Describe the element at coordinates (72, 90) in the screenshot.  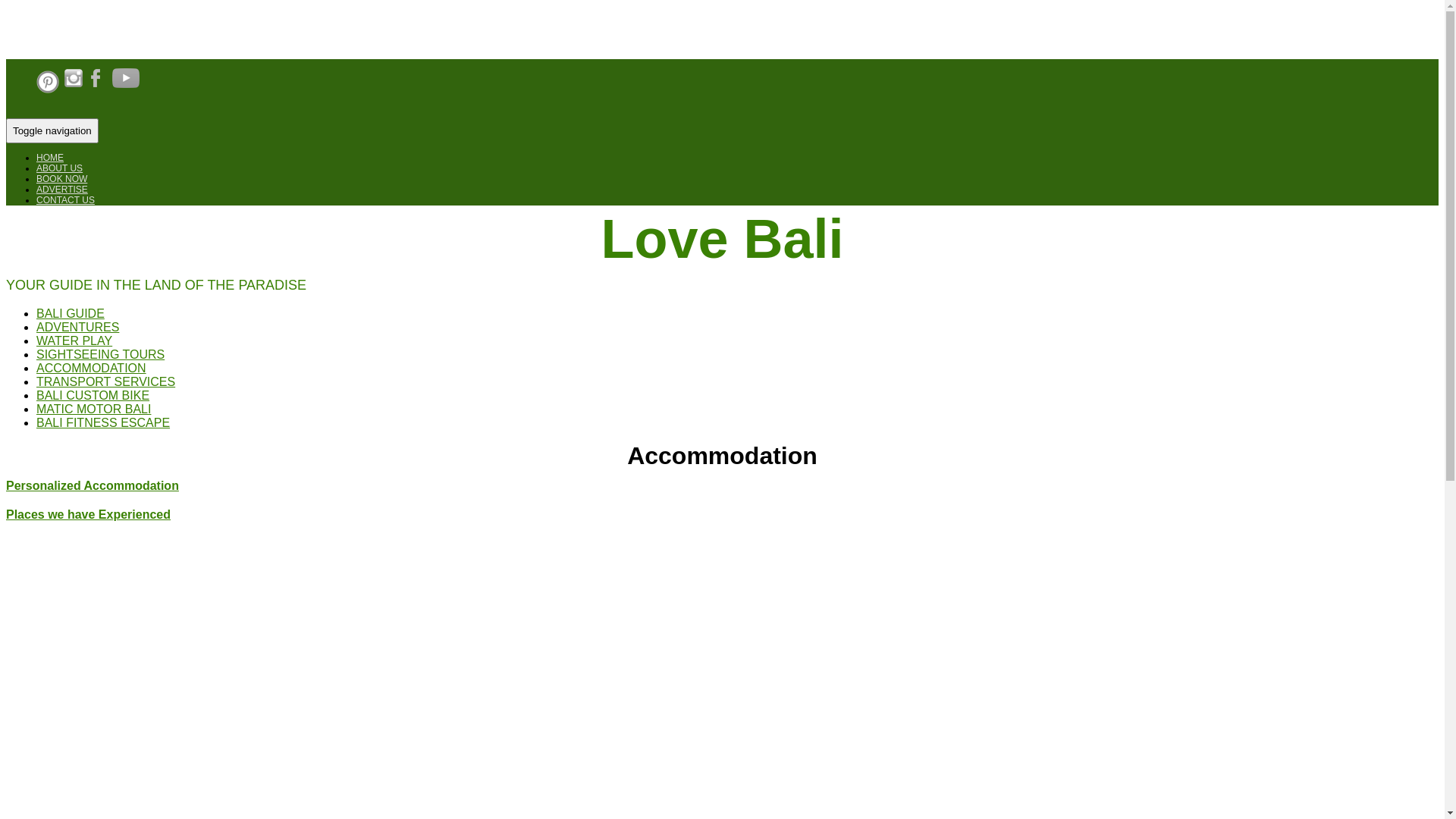
I see `'Open Instagram'` at that location.